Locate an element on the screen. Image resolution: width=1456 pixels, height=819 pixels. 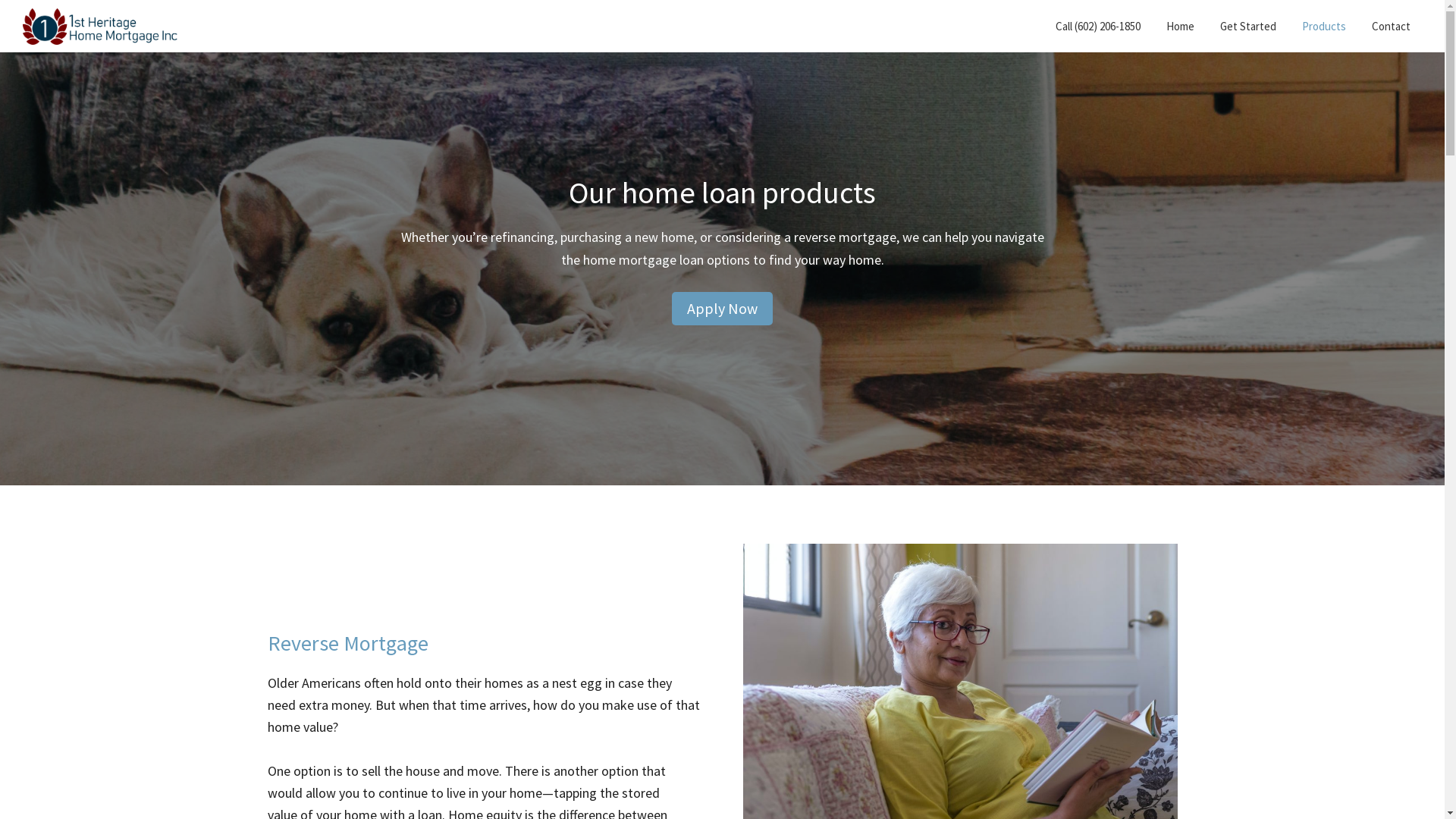
'Home' is located at coordinates (1179, 26).